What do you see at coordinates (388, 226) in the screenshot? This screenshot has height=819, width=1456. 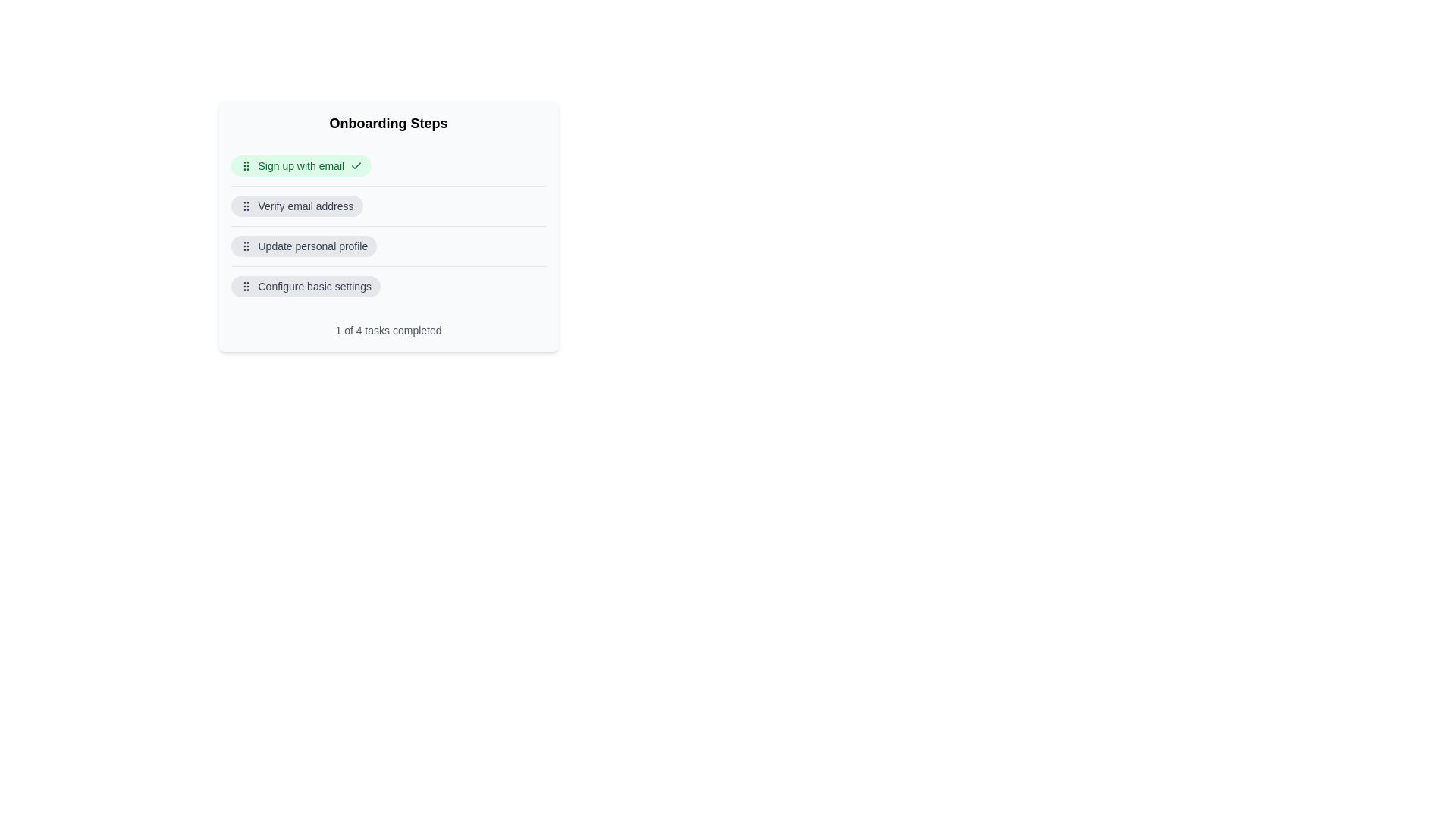 I see `the list item labeled 'Verify email address' within the 'Onboarding Steps' card to view its details` at bounding box center [388, 226].